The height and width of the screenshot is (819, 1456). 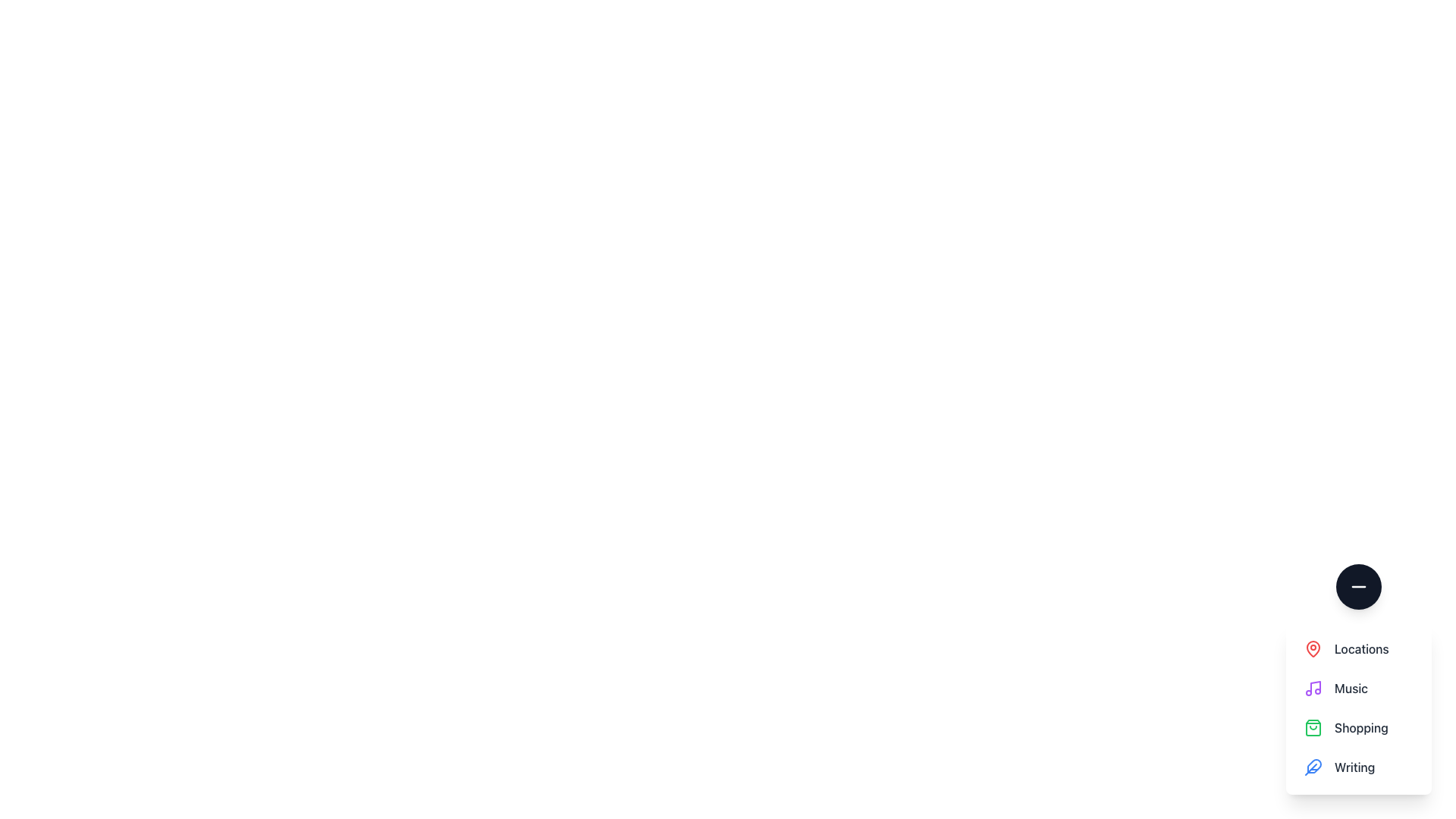 What do you see at coordinates (1358, 648) in the screenshot?
I see `the 'Locations' menu item, which features a red map pin icon and bold gray text` at bounding box center [1358, 648].